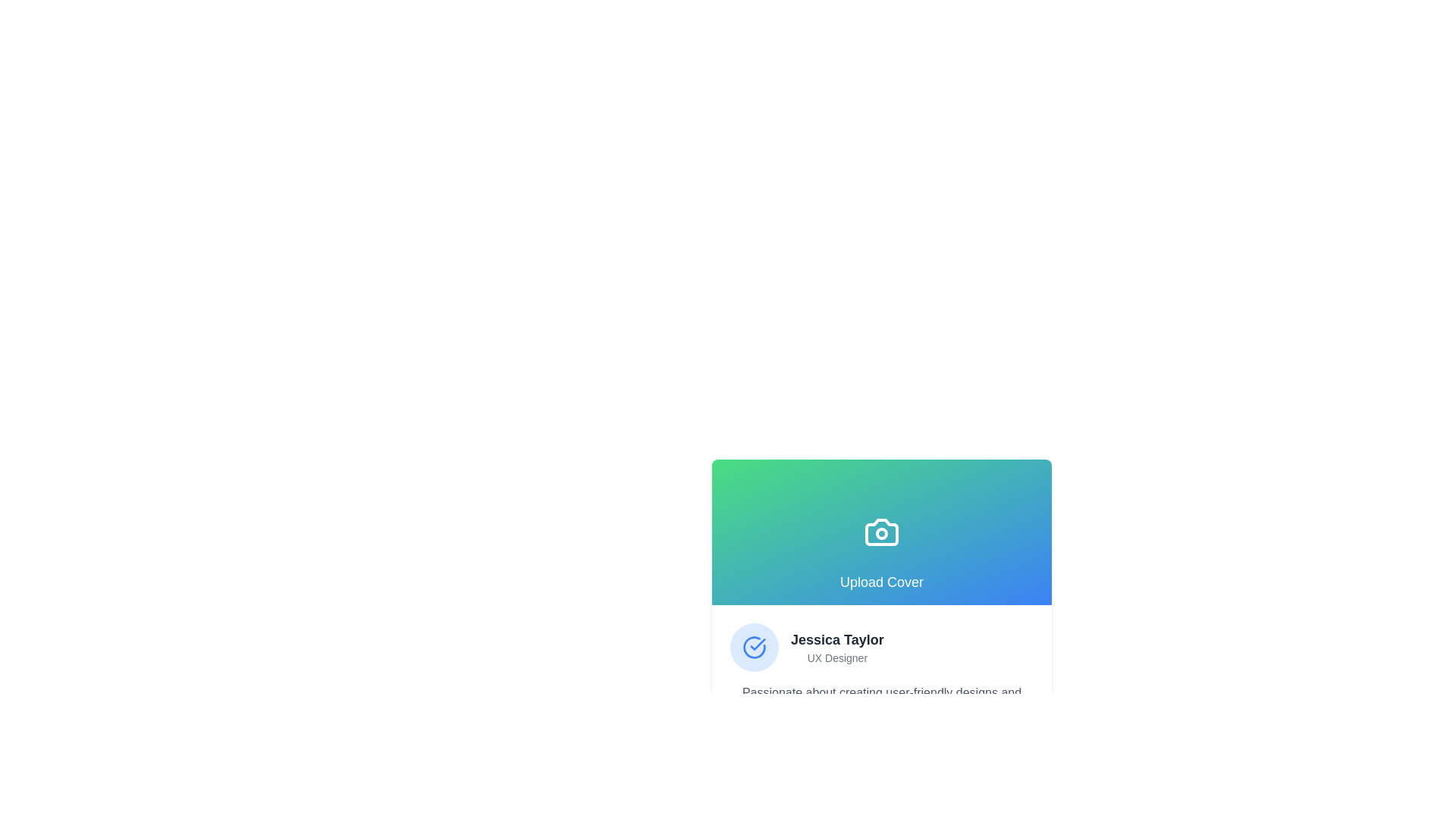 The height and width of the screenshot is (819, 1456). Describe the element at coordinates (758, 644) in the screenshot. I see `the checkmark icon that signifies a verification or confirmation status, located within the circular profile icon adjacent to the user's name 'Jessica Taylor'` at that location.